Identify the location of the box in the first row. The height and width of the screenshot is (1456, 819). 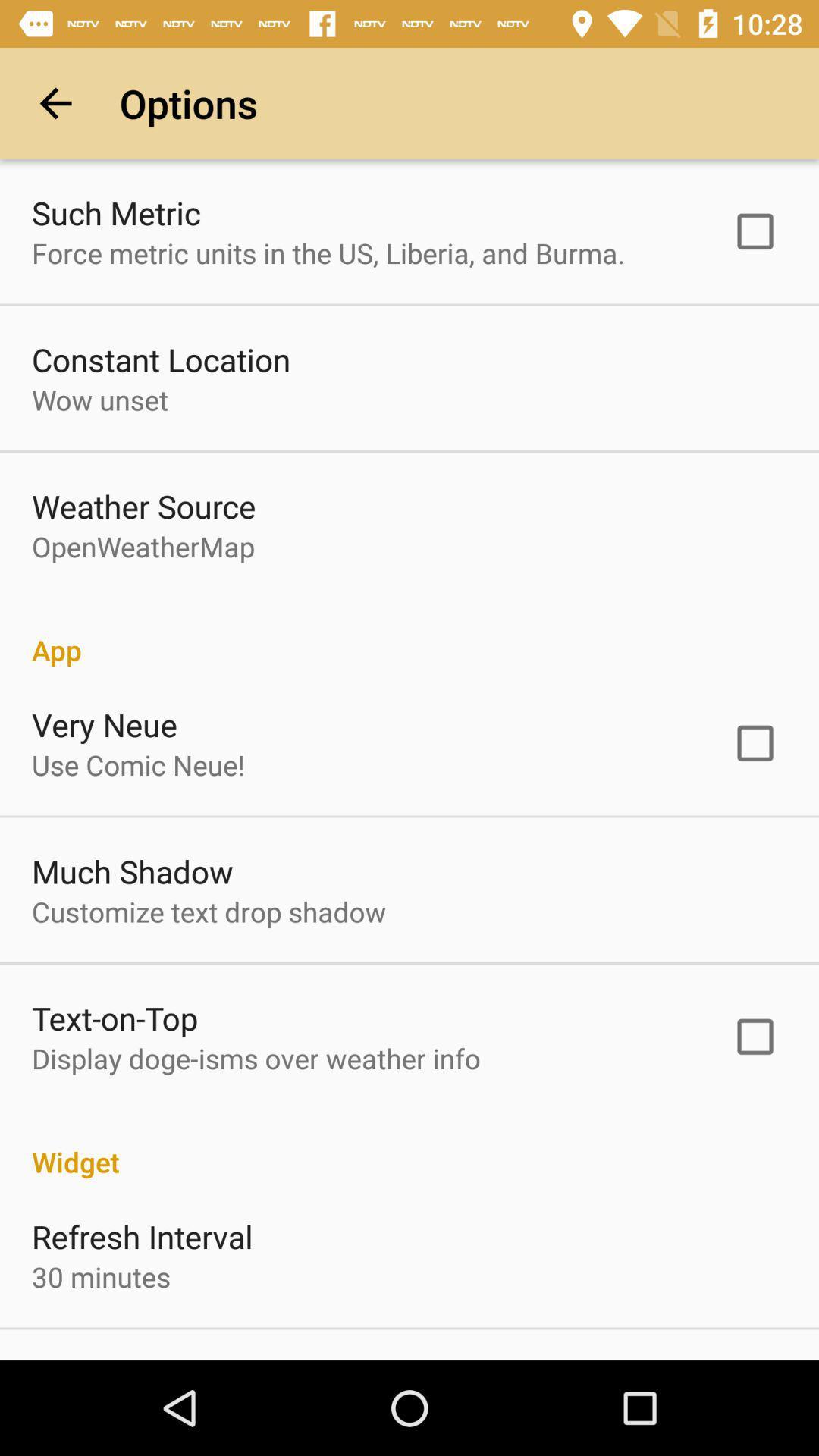
(755, 231).